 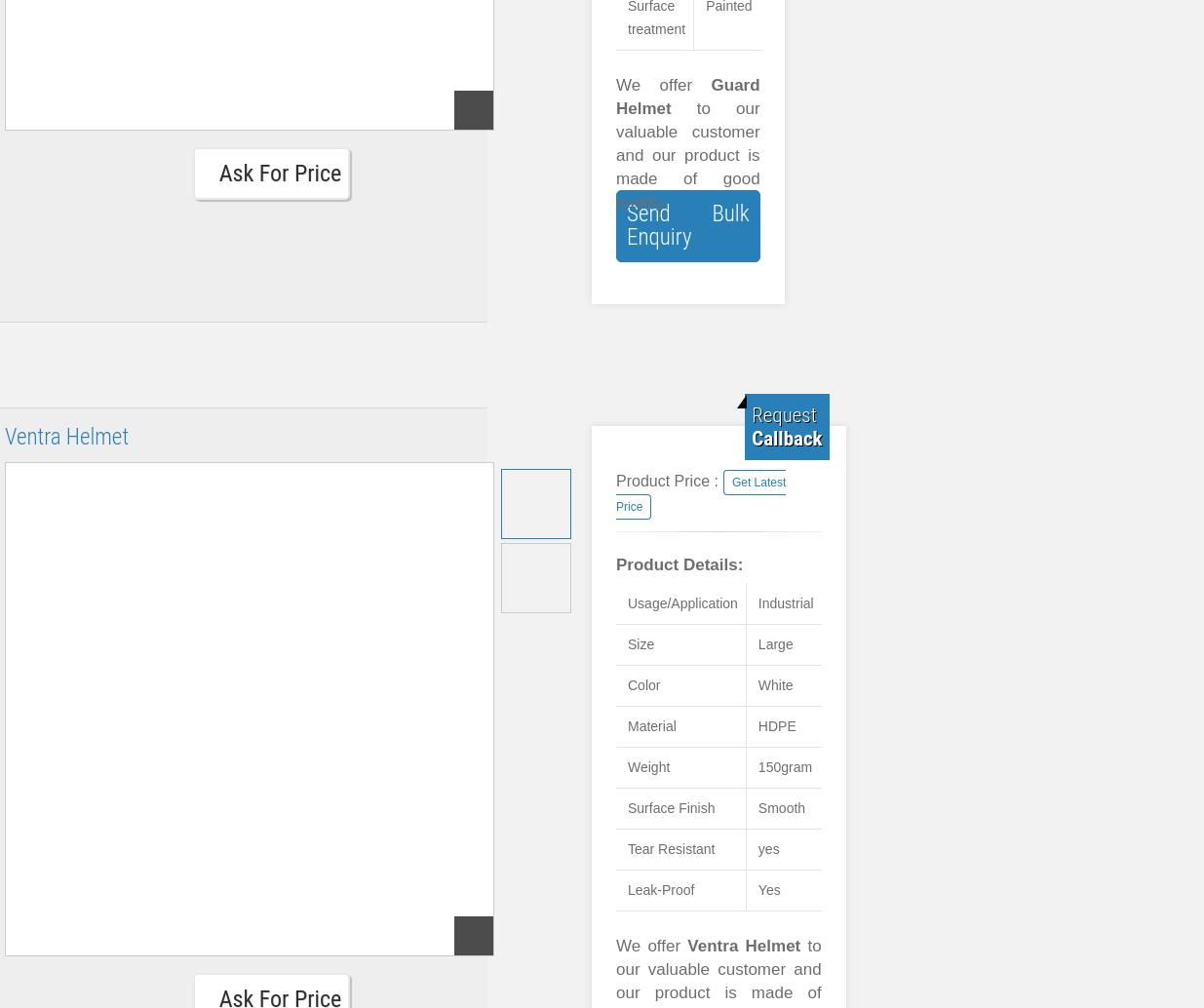 What do you see at coordinates (648, 765) in the screenshot?
I see `'Weight'` at bounding box center [648, 765].